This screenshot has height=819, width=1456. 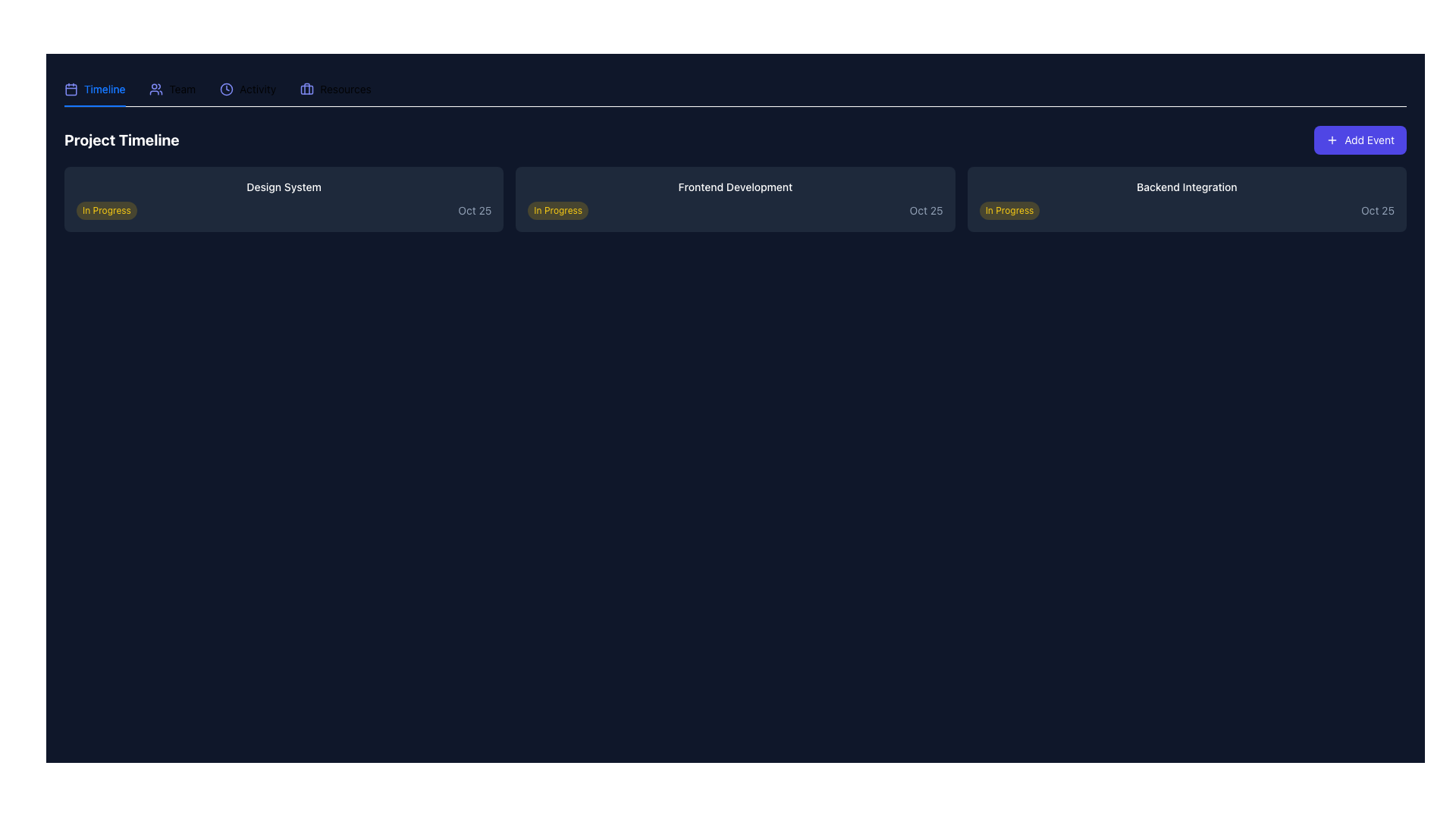 I want to click on the second tab in the navigation bar, positioned between the 'Timeline' tab and the 'Activity' tab, so click(x=172, y=89).